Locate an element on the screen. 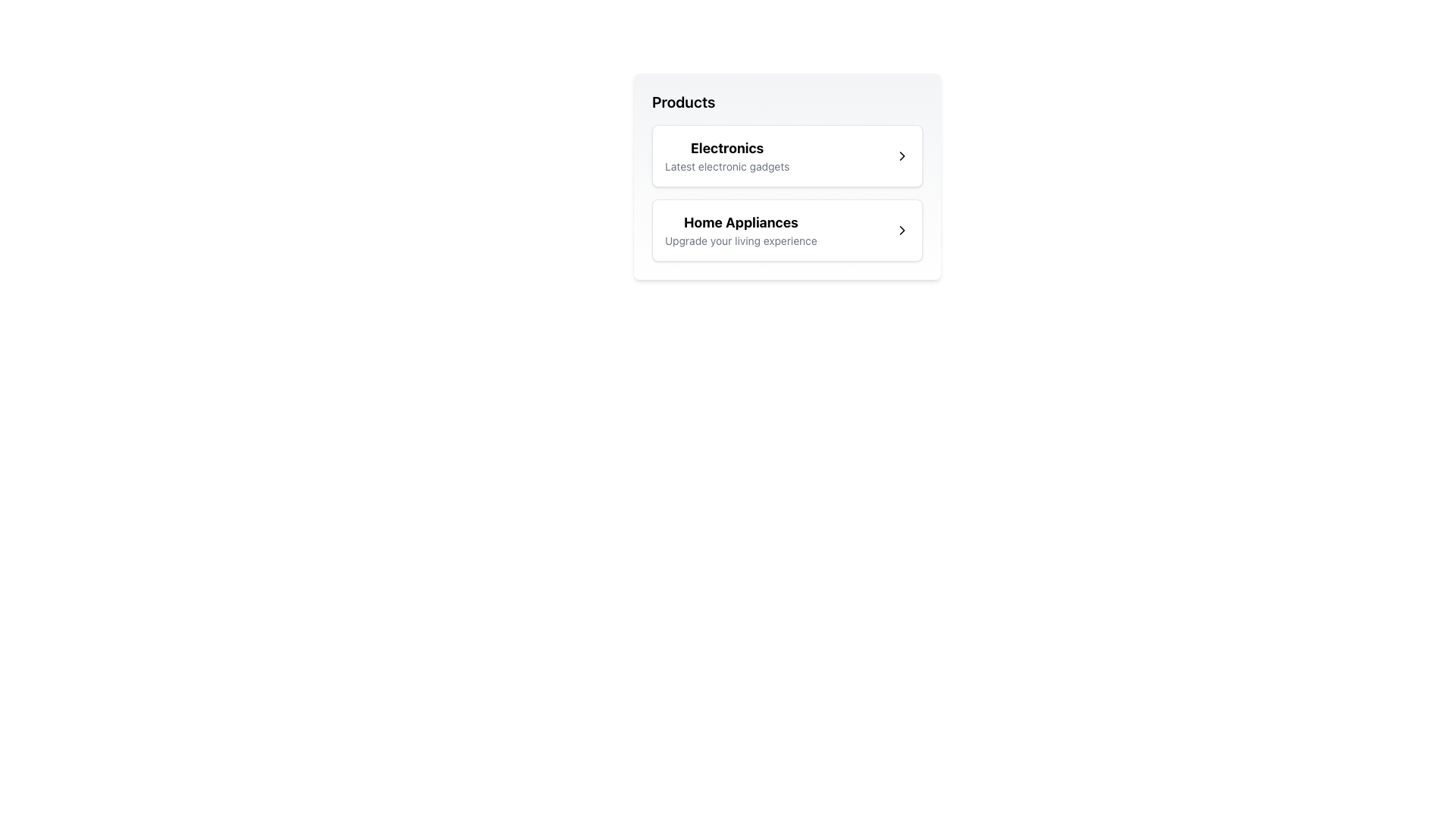 This screenshot has height=819, width=1456. the 'Home Appliances' navigation list item, which features bold text and a rightward arrow icon is located at coordinates (787, 231).